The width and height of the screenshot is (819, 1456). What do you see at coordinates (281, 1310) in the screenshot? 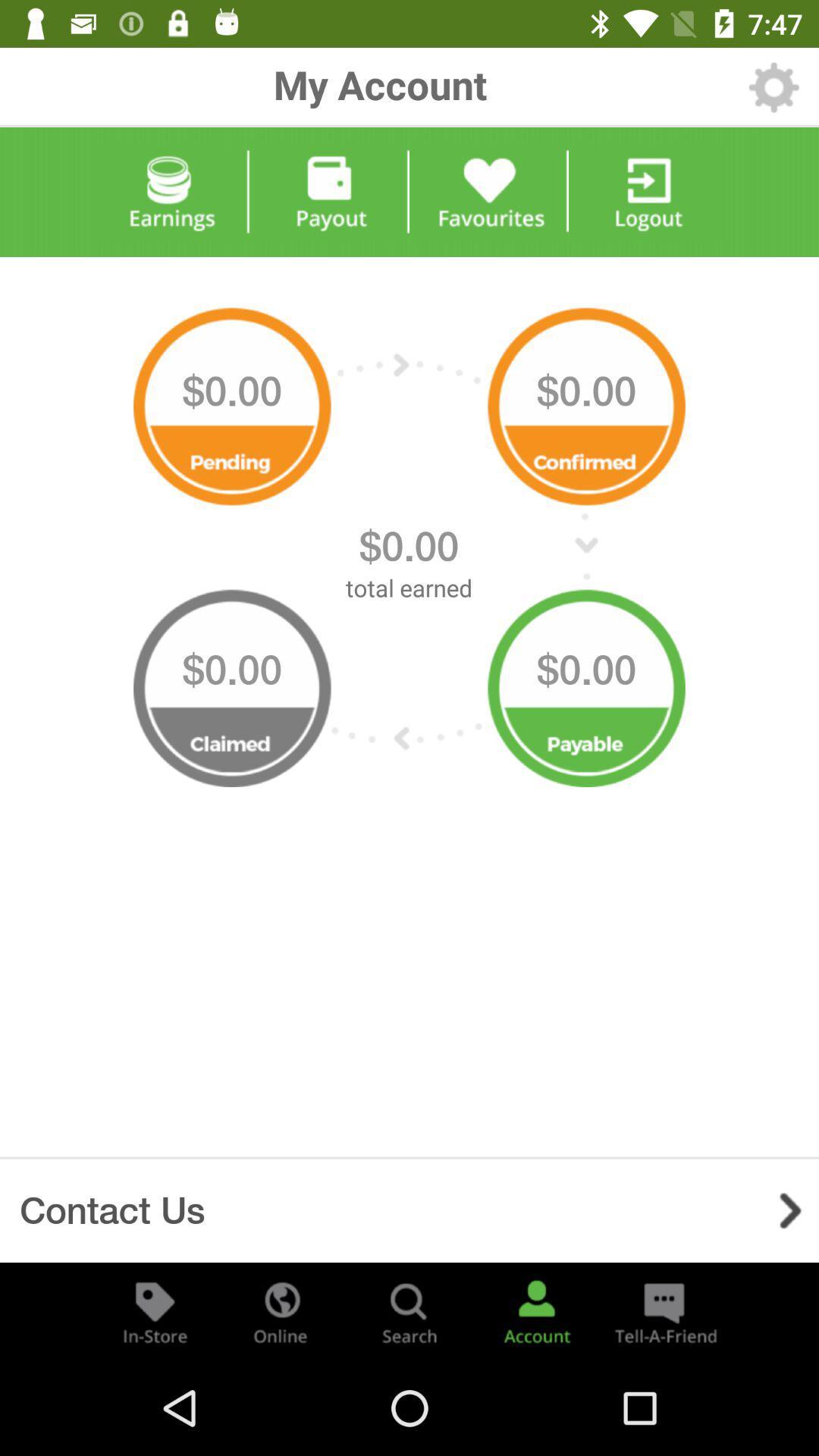
I see `the globe icon` at bounding box center [281, 1310].